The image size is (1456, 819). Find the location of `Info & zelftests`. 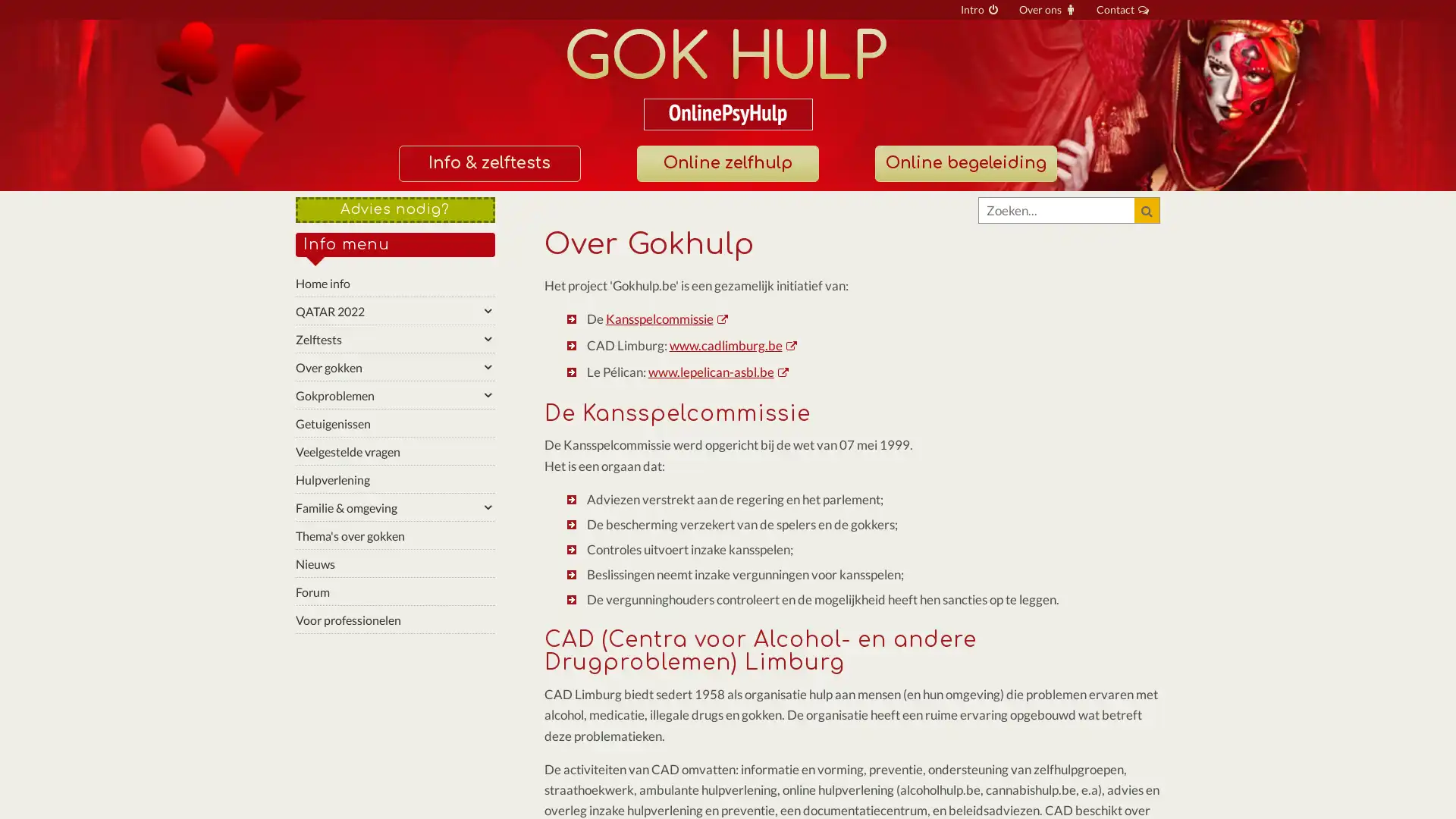

Info & zelftests is located at coordinates (488, 163).